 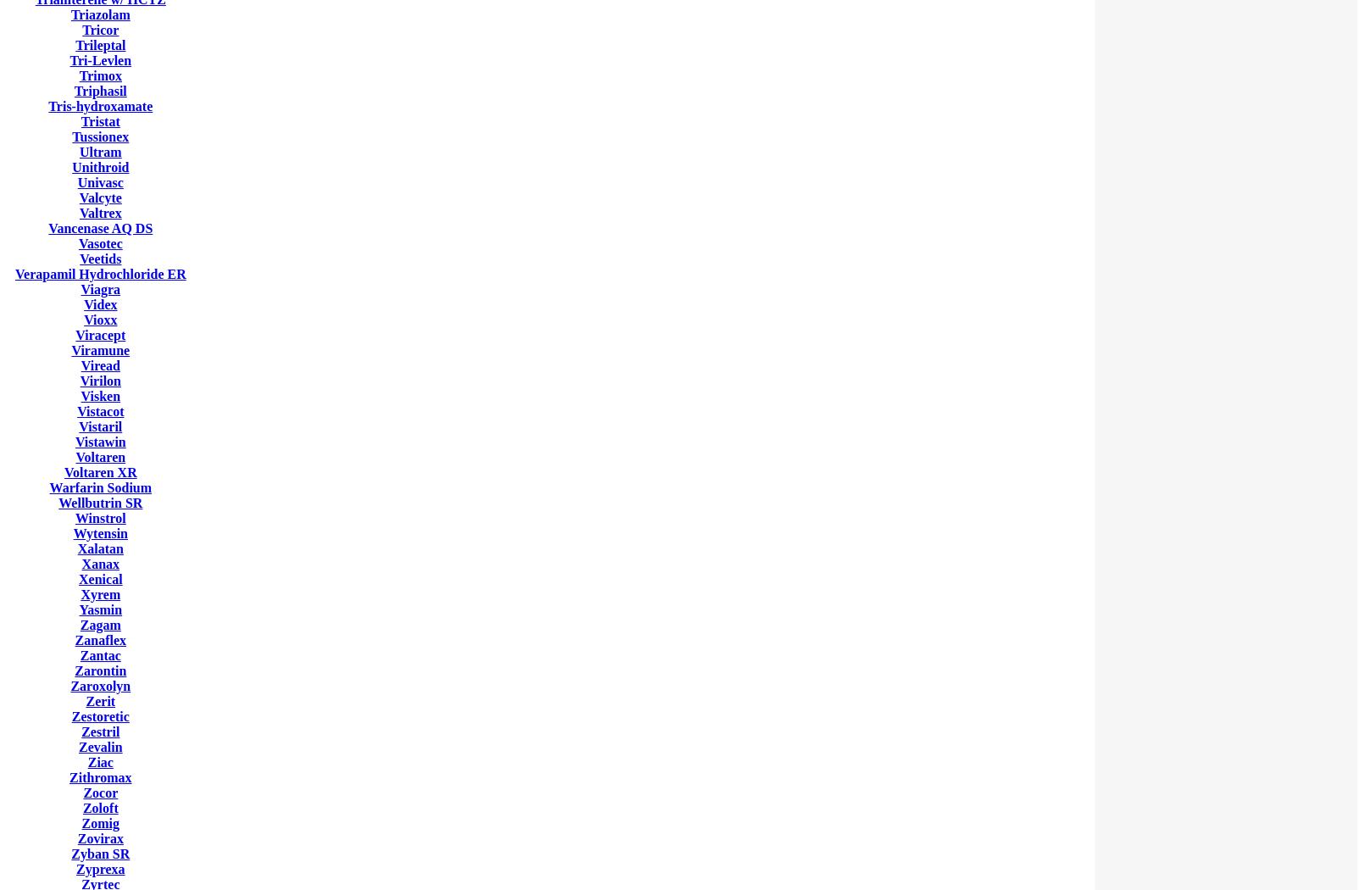 What do you see at coordinates (100, 136) in the screenshot?
I see `'Tussionex'` at bounding box center [100, 136].